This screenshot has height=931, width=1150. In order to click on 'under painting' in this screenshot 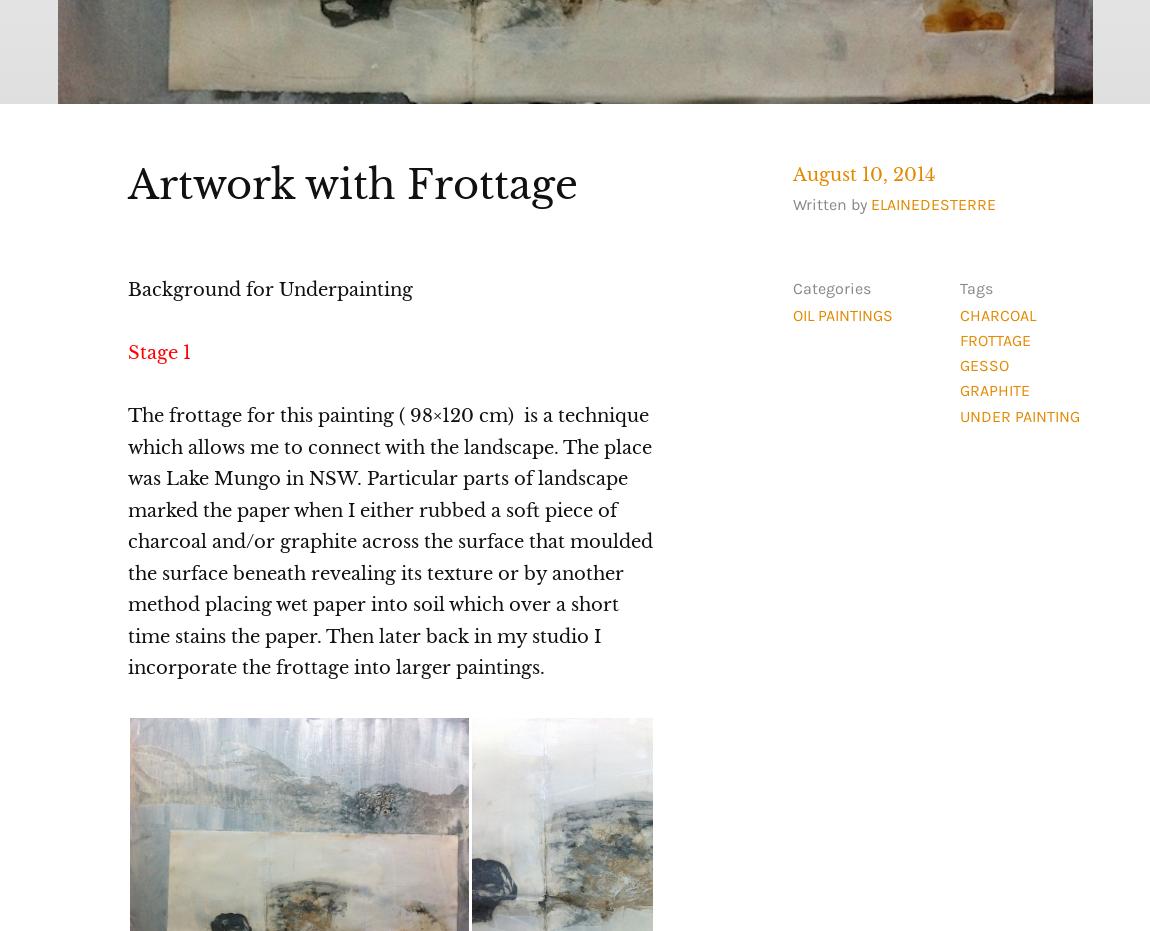, I will do `click(1019, 414)`.